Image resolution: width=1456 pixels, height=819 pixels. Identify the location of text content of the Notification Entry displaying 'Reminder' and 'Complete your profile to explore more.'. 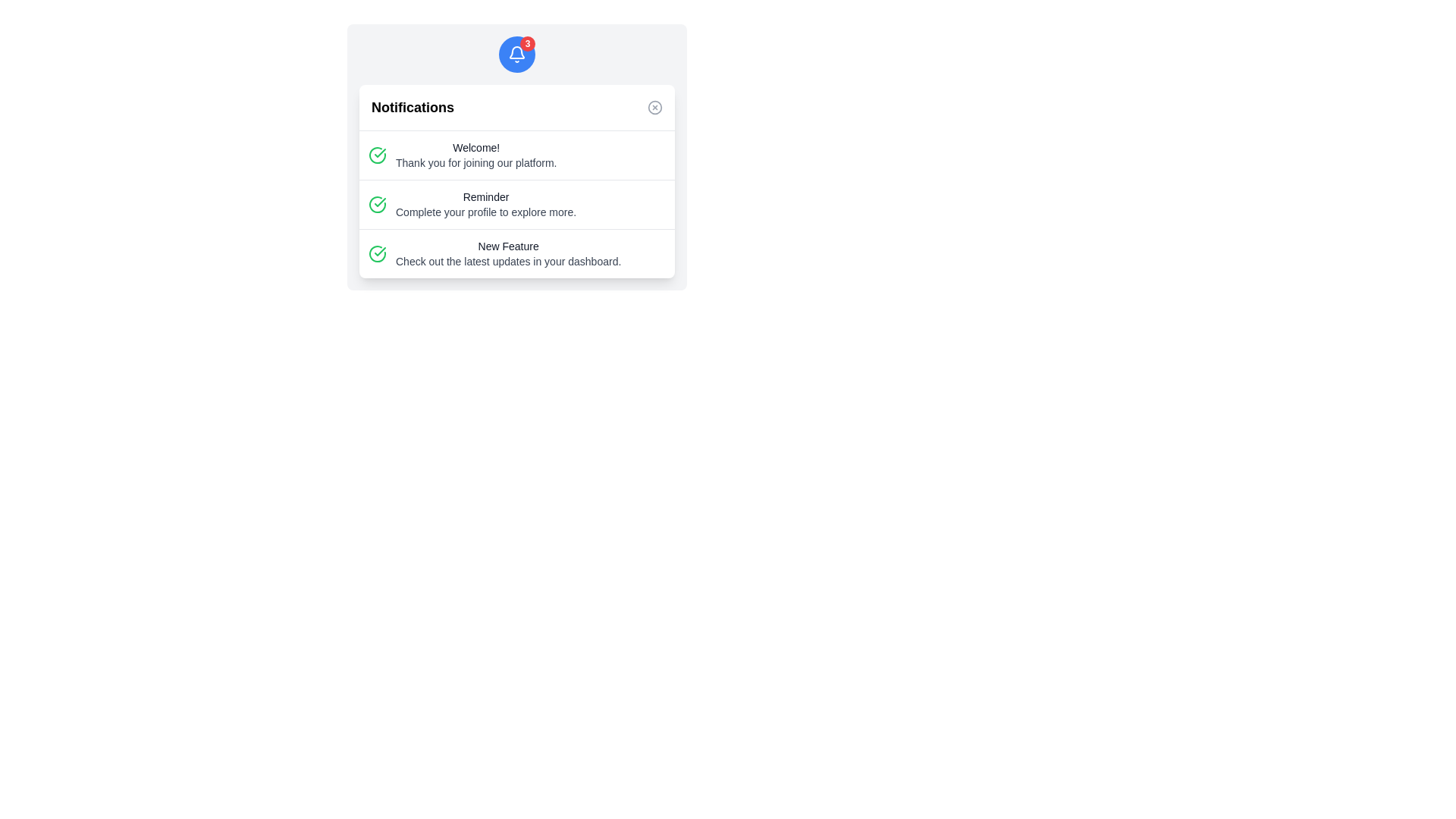
(516, 203).